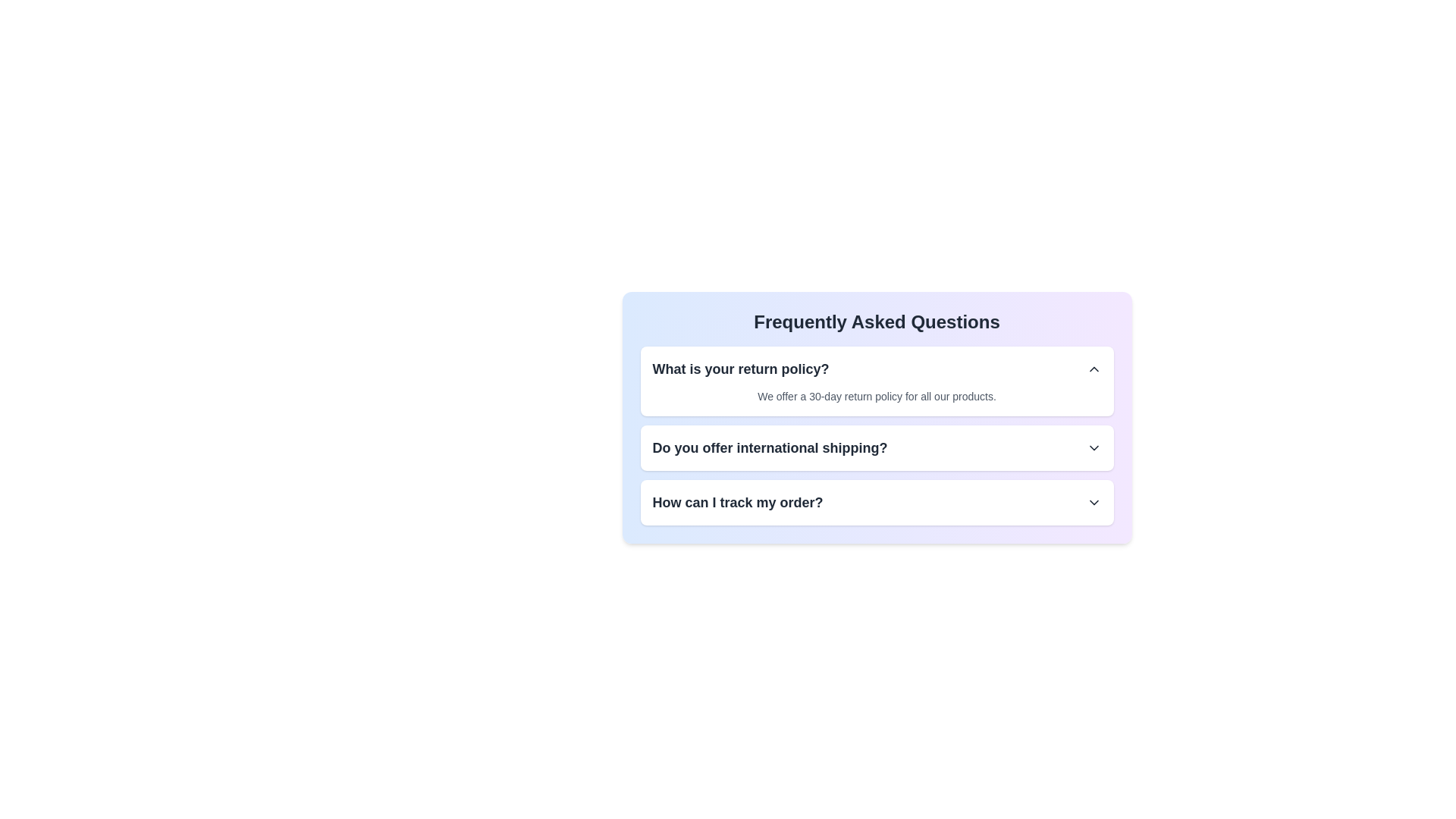 Image resolution: width=1456 pixels, height=819 pixels. What do you see at coordinates (877, 321) in the screenshot?
I see `the FAQ section title to inspect it` at bounding box center [877, 321].